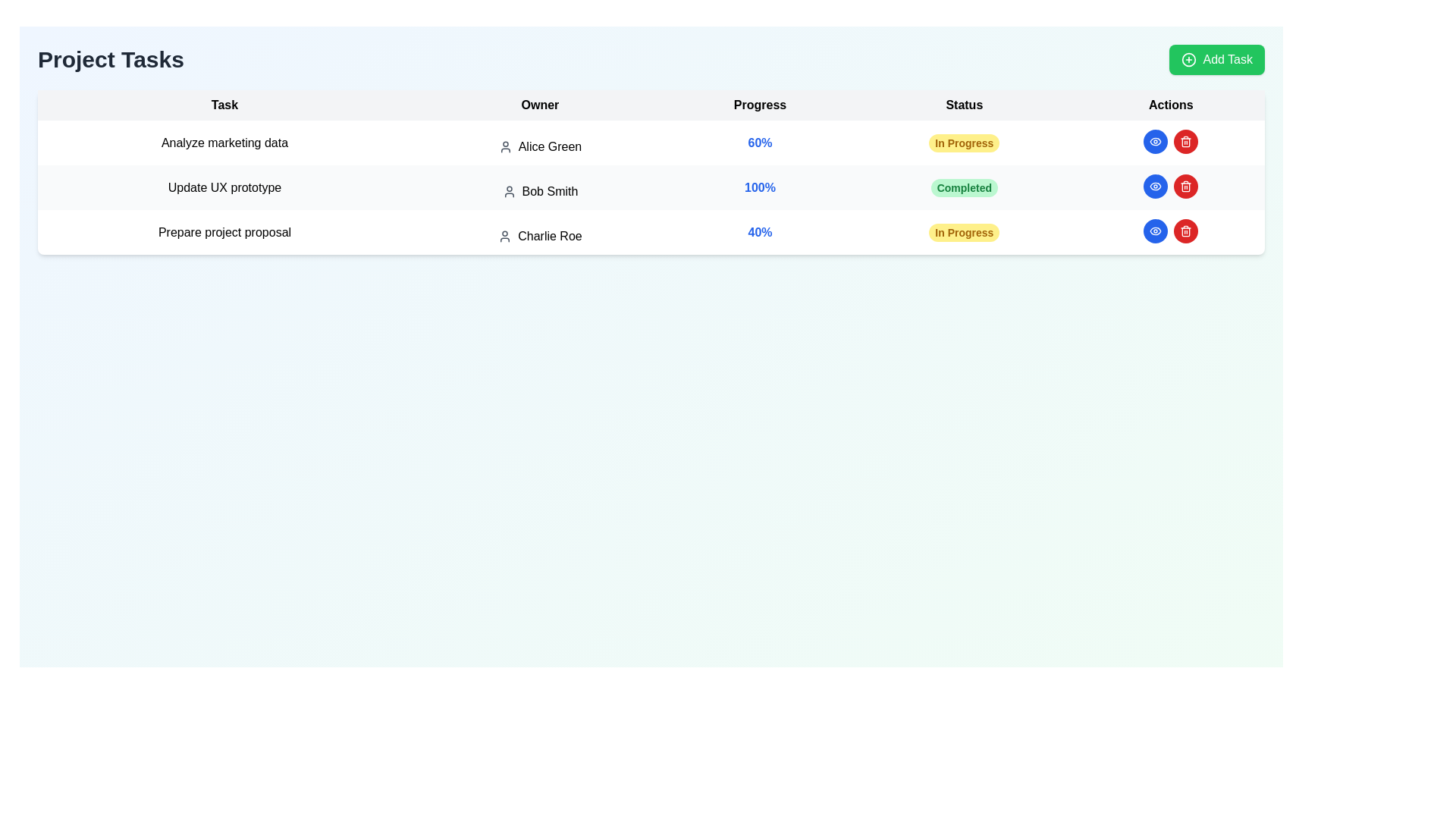 This screenshot has height=819, width=1456. I want to click on the red trash can button in the Actions column associated with the task 'Prepare project proposal', so click(1170, 231).